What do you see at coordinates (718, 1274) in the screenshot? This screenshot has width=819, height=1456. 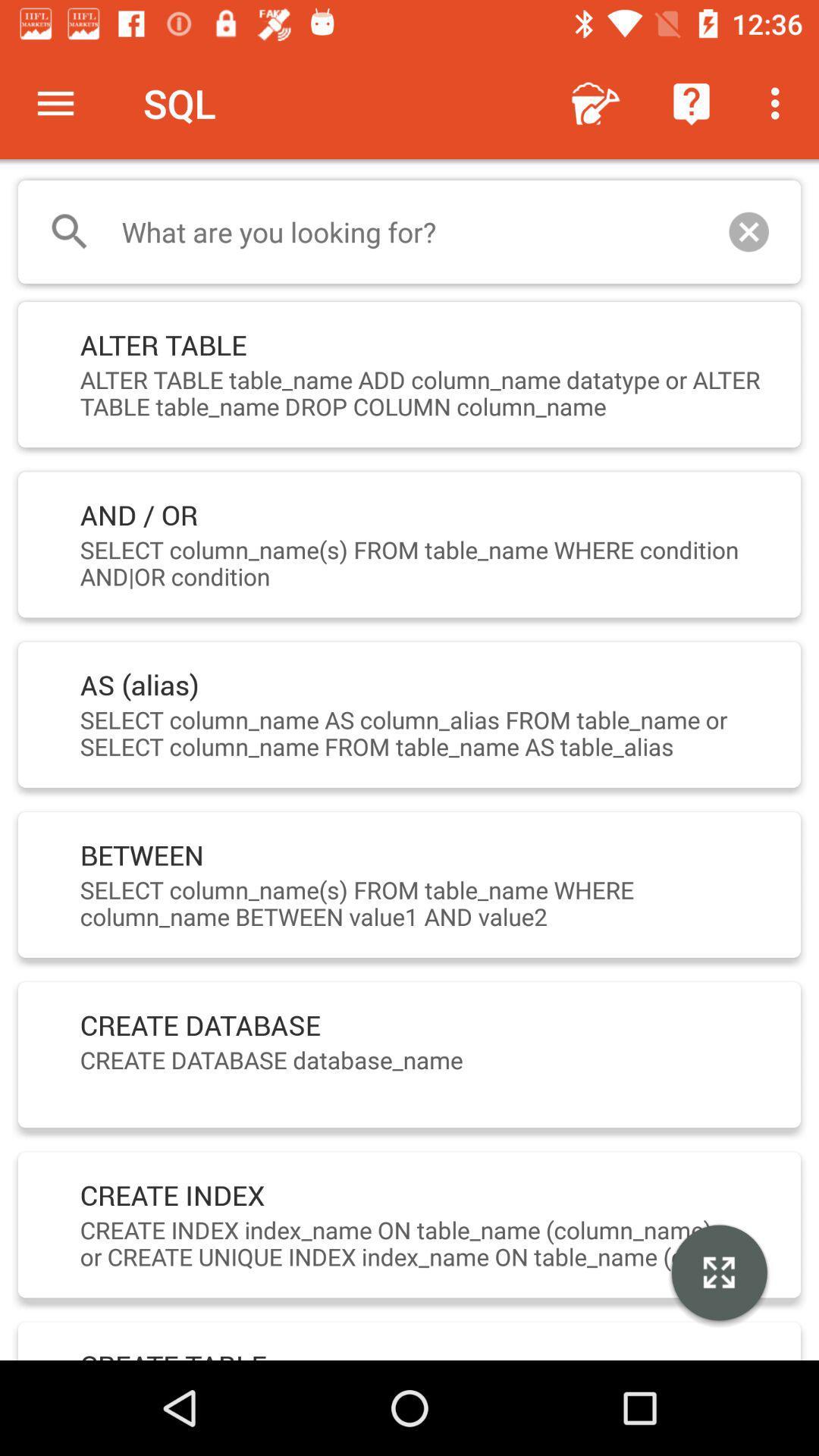 I see `icon to the right of the create index` at bounding box center [718, 1274].